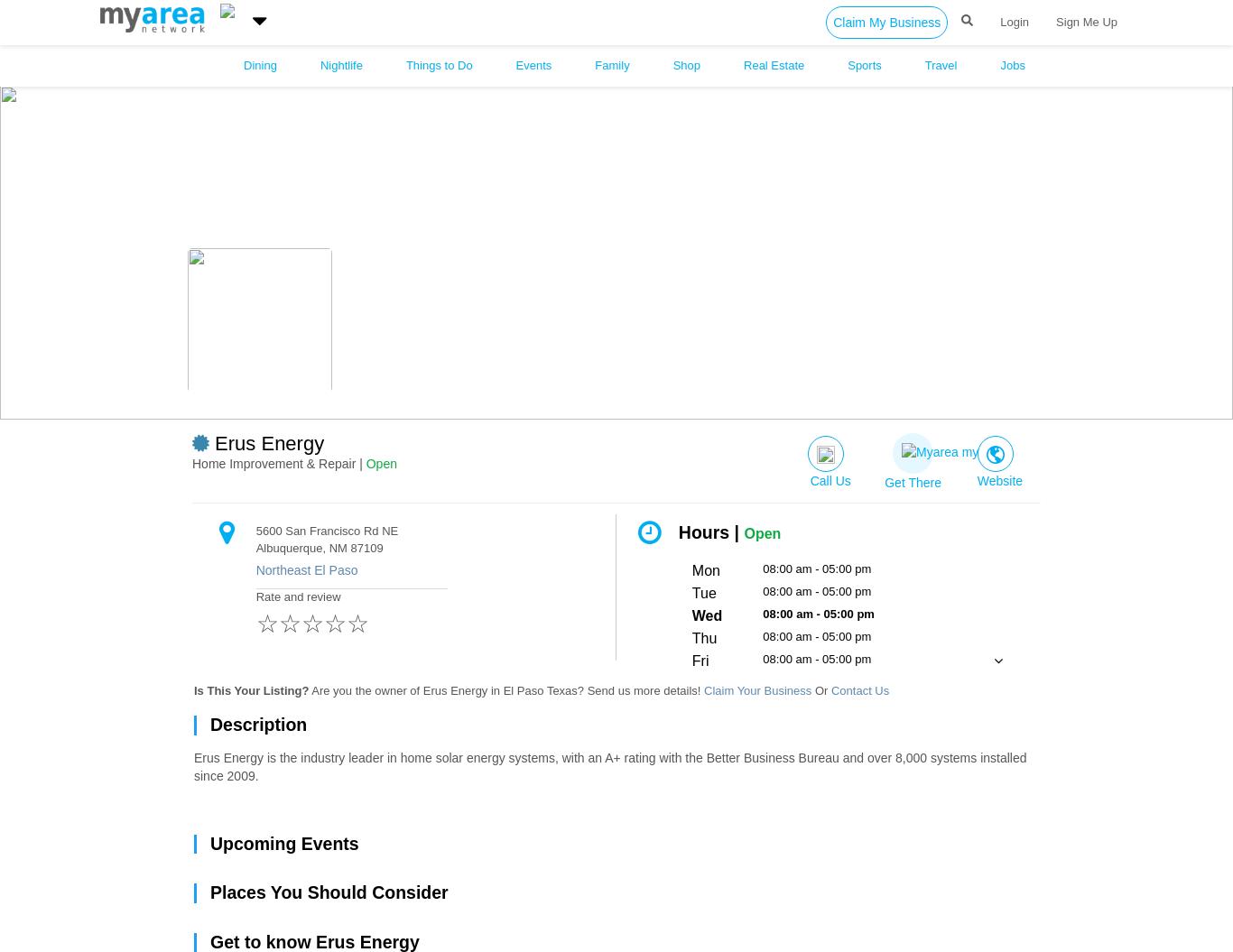  I want to click on 'Mon', so click(705, 570).